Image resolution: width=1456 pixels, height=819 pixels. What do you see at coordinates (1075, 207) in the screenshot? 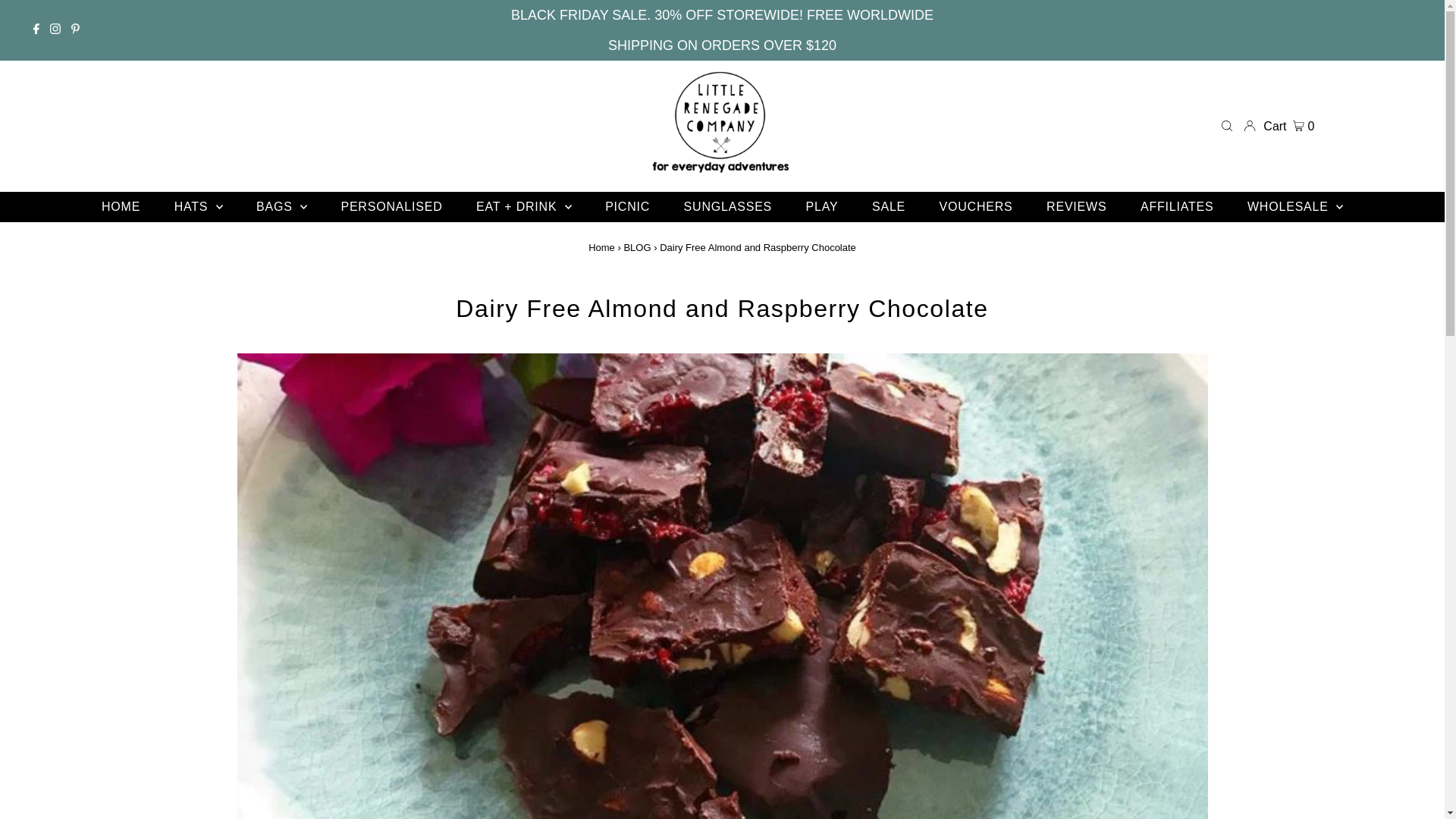
I see `'REVIEWS'` at bounding box center [1075, 207].